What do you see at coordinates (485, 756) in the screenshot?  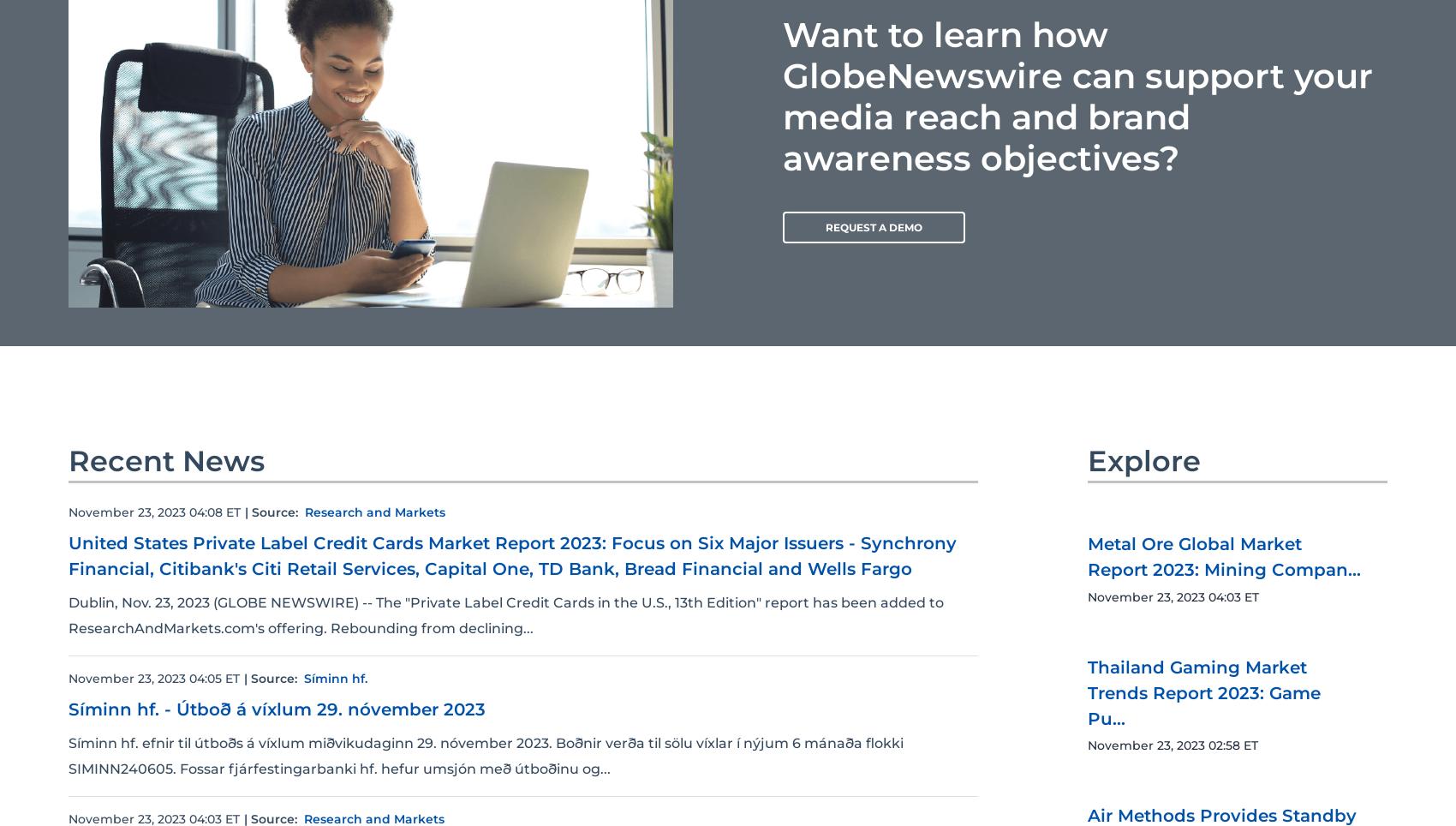 I see `'Síminn hf. efnir til útboðs á víxlum miðvikudaginn 29. nóvember 2023. Boðnir verða til sölu víxlar í nýjum 6 mánaða flokki SIMINN240605.      Fossar fjárfestingarbanki hf. hefur umsjón með útboðinu og...'` at bounding box center [485, 756].